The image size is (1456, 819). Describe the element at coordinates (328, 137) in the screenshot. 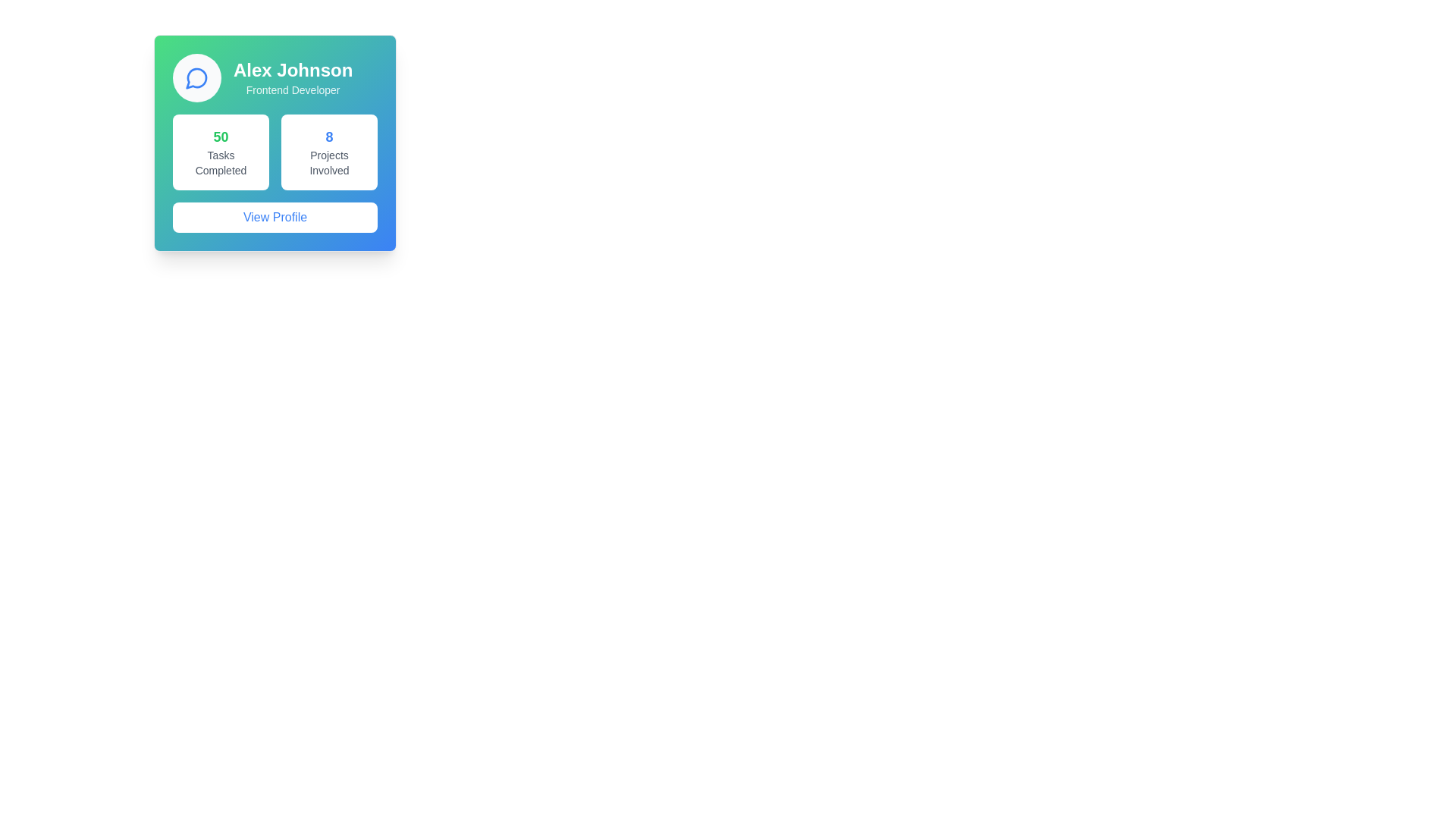

I see `the bold, large-sized blue number '8' located in the top-center of the light-themed statistics card, which is directly above the text 'Projects Involved'` at that location.